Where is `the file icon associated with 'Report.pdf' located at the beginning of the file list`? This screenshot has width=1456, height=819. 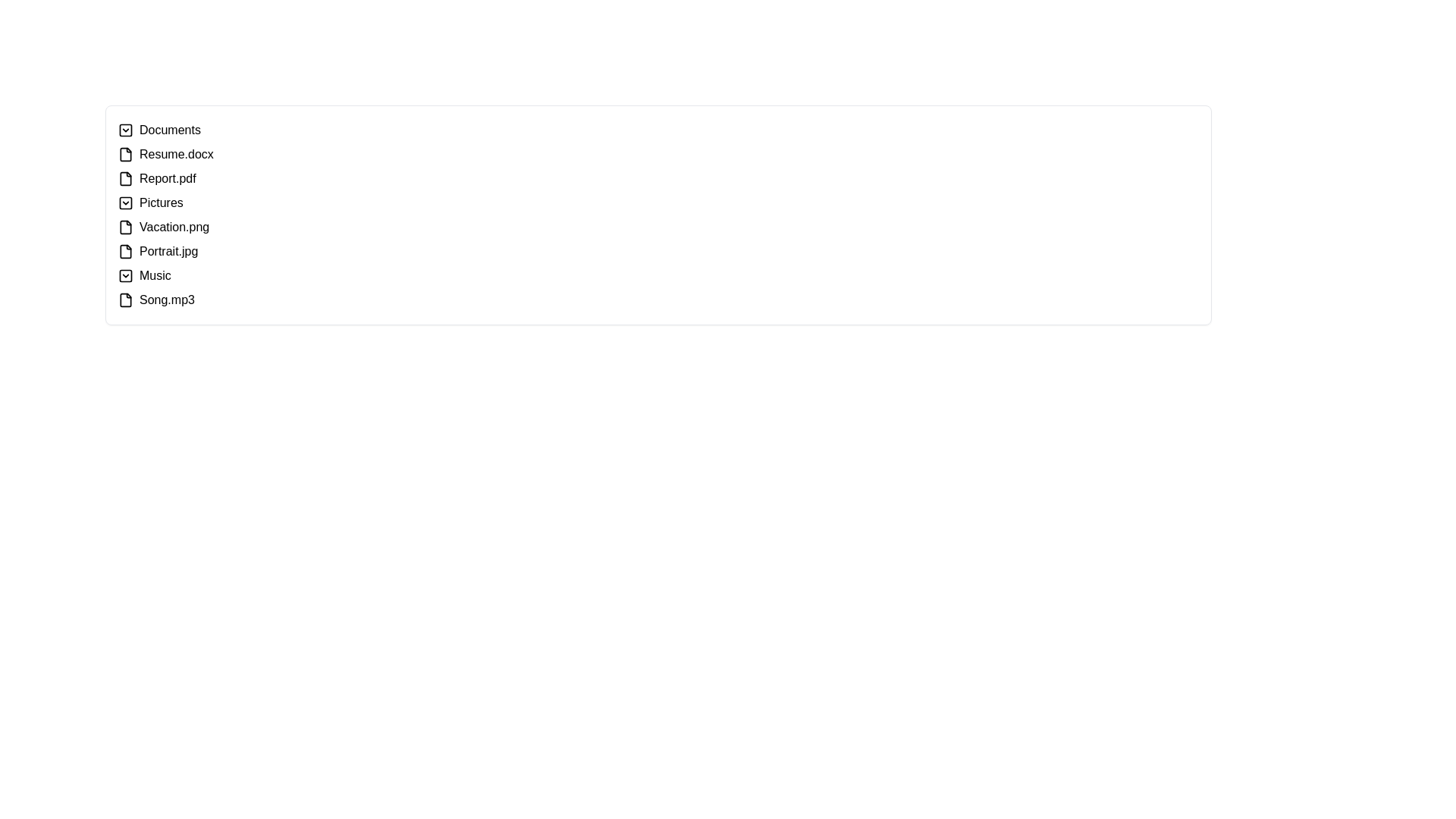 the file icon associated with 'Report.pdf' located at the beginning of the file list is located at coordinates (126, 177).